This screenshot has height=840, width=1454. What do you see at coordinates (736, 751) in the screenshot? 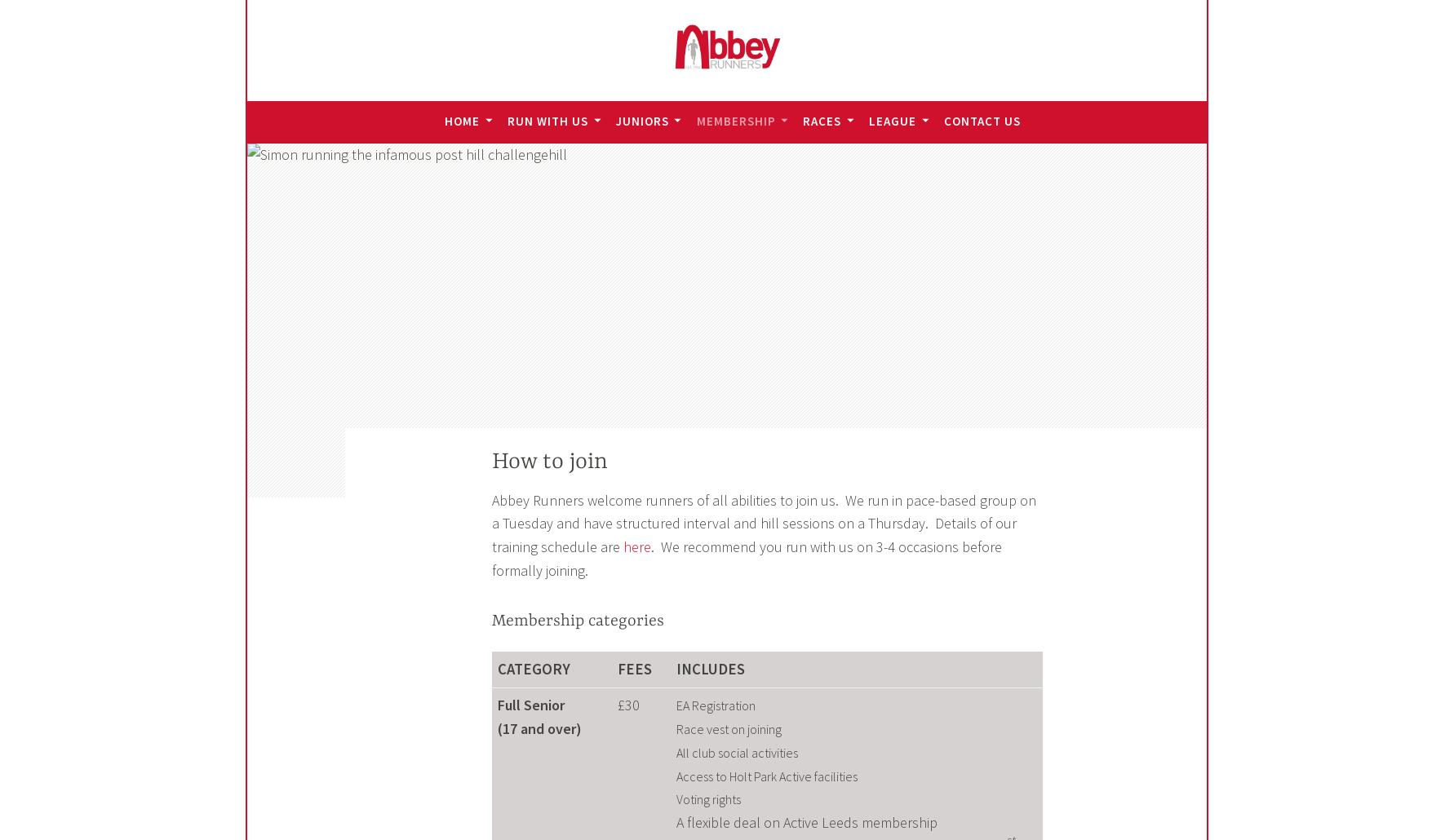
I see `'All club social activities'` at bounding box center [736, 751].